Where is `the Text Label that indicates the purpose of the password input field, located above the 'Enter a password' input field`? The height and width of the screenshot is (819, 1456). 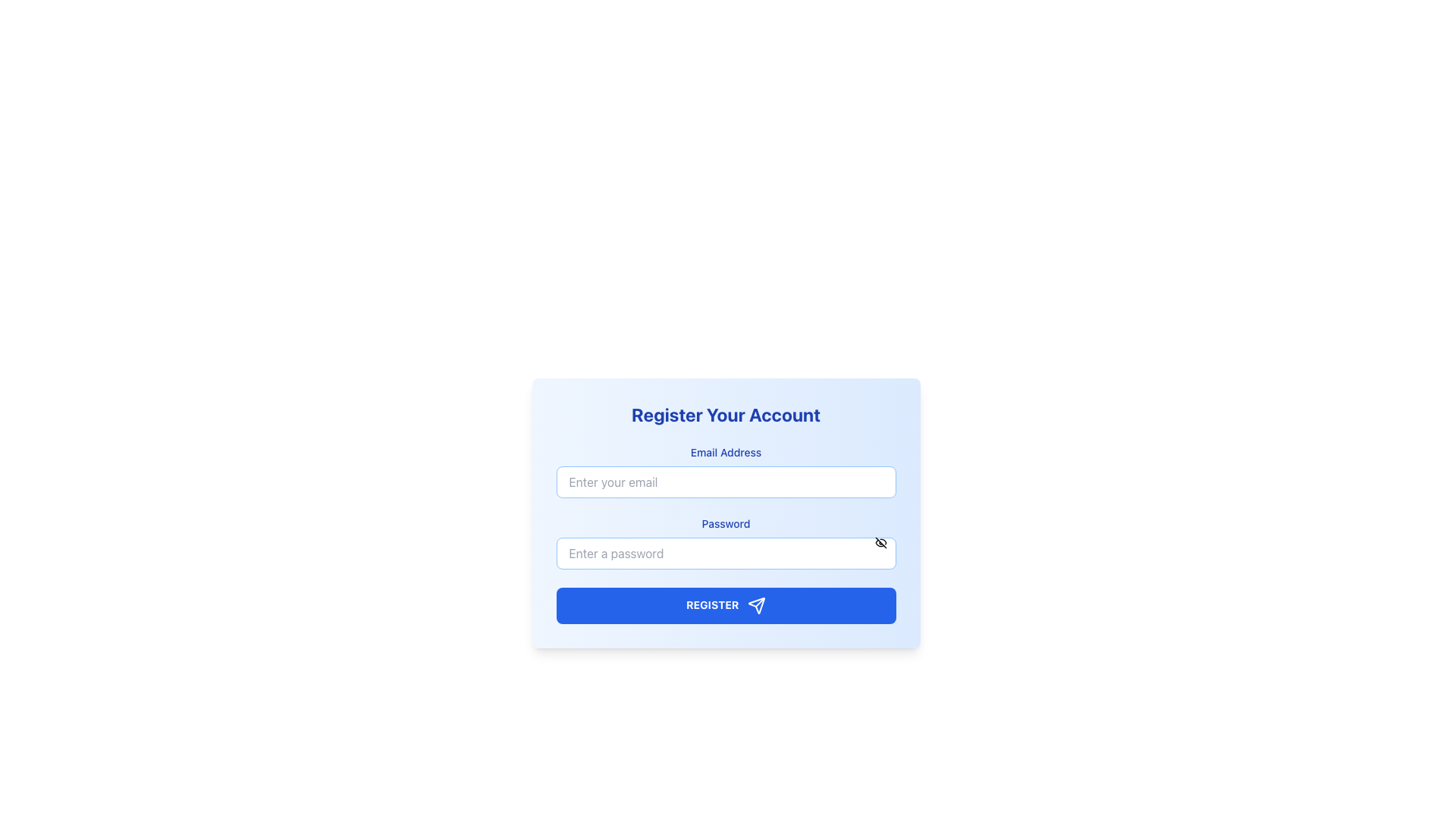
the Text Label that indicates the purpose of the password input field, located above the 'Enter a password' input field is located at coordinates (725, 522).